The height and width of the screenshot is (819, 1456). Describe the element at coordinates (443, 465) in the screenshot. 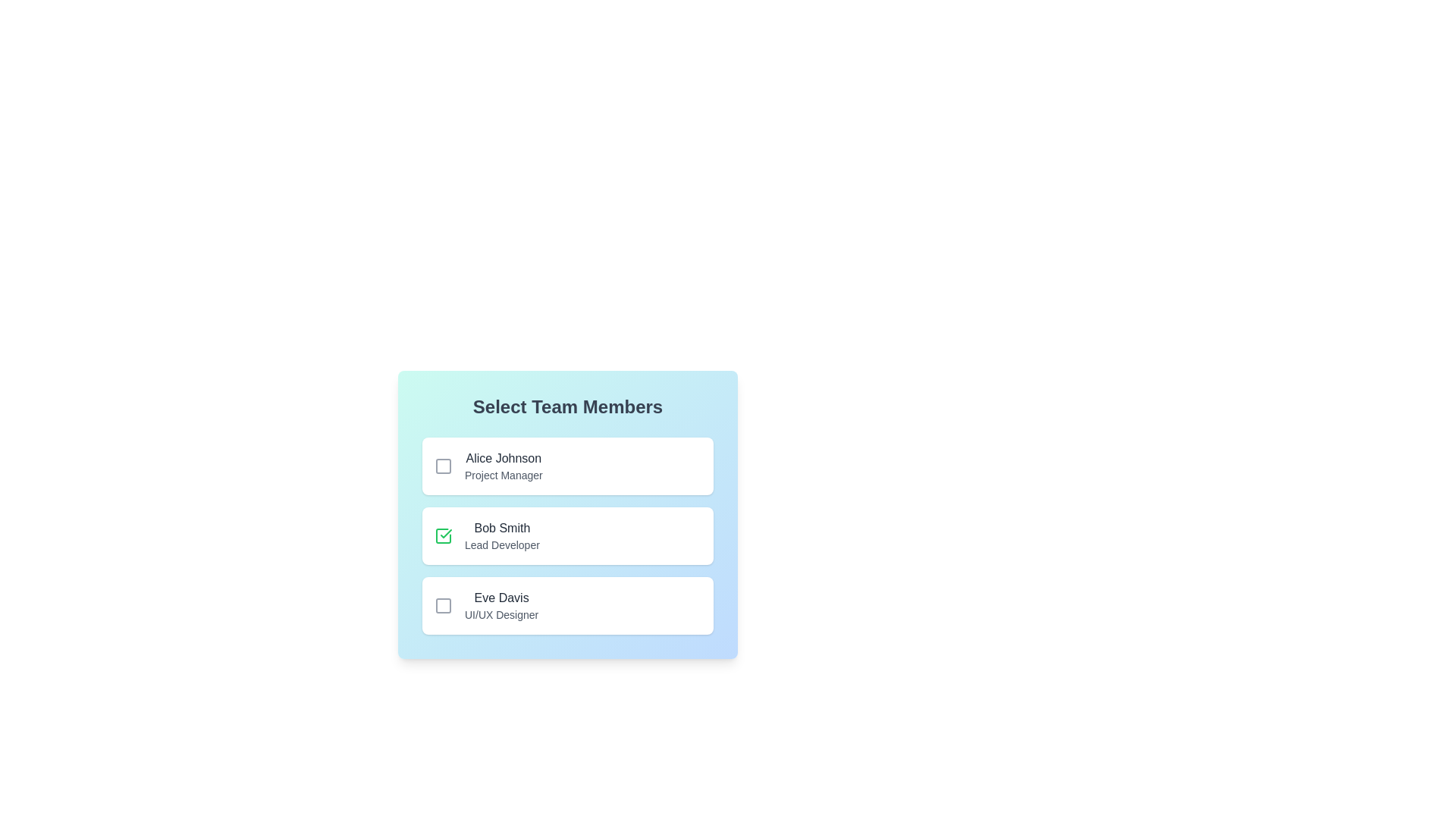

I see `the checkbox located to the left of the text 'Alice Johnson' on the first row of the team member cards` at that location.